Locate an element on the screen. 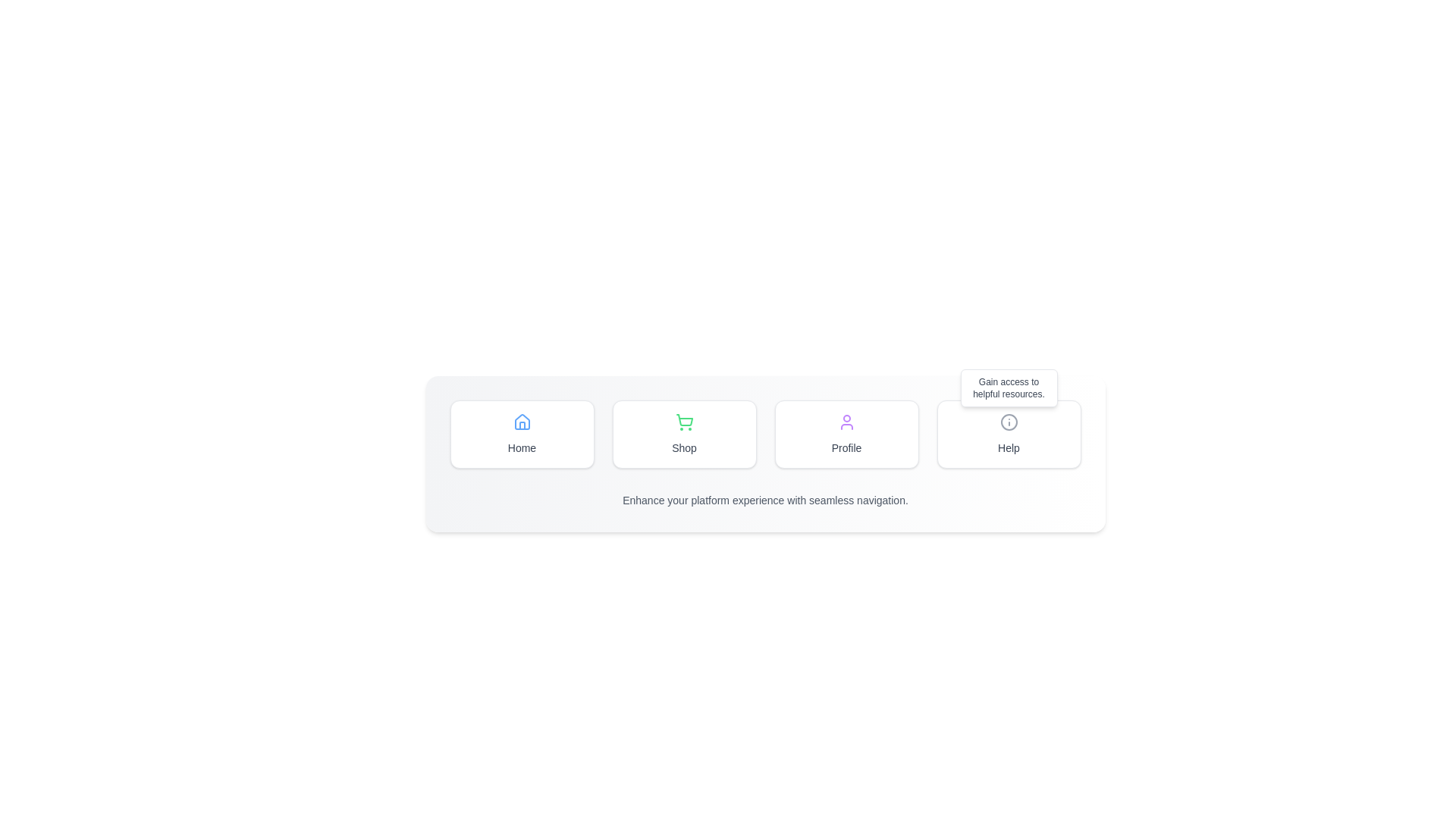 This screenshot has width=1456, height=819. the purple profile icon located in the 'Profile' section of the navigation menu, positioned between the 'Shop' and 'Help' sections is located at coordinates (846, 422).